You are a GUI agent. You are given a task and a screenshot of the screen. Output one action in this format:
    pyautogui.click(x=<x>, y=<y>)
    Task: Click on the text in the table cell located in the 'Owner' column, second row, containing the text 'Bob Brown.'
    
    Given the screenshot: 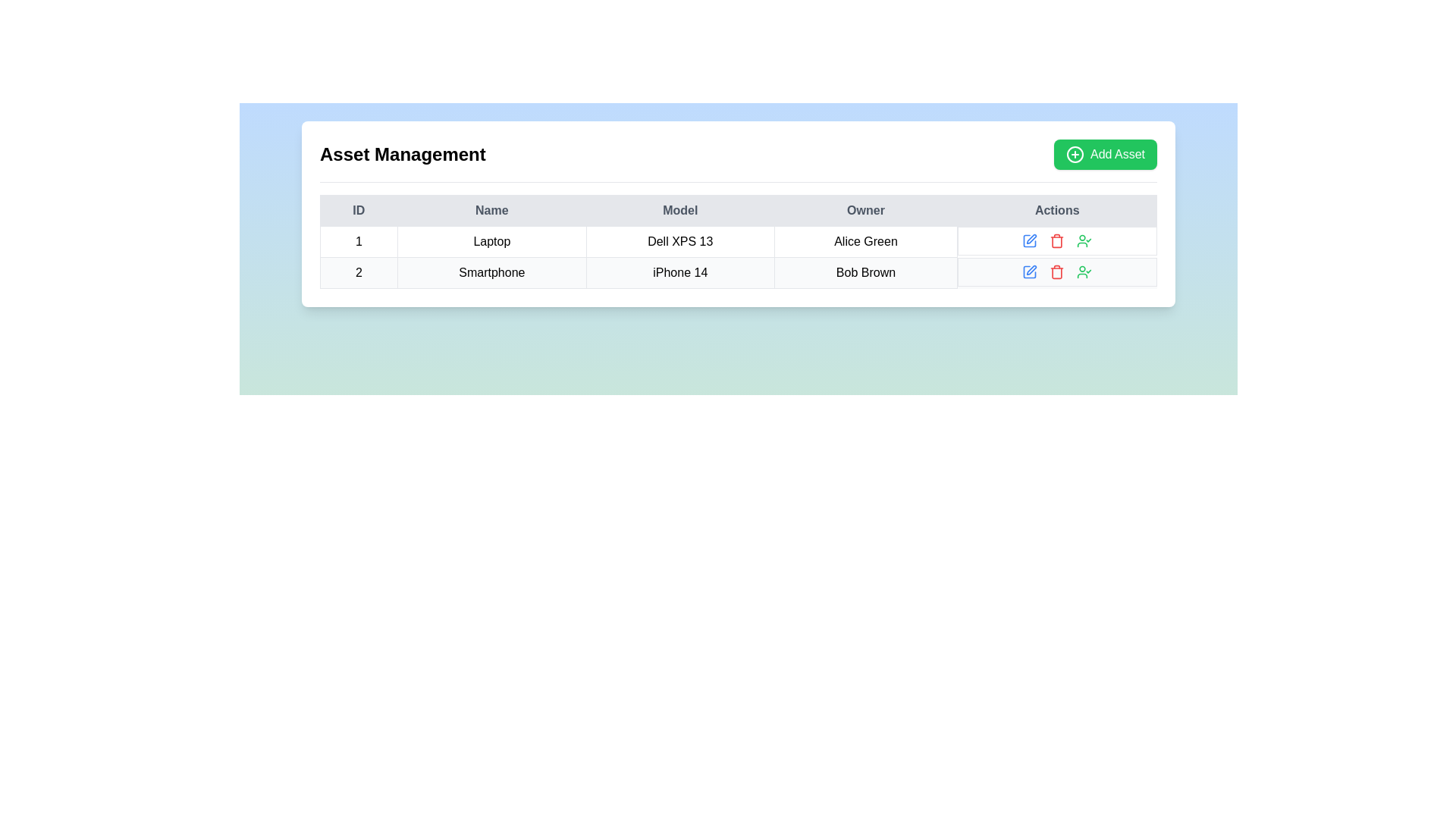 What is the action you would take?
    pyautogui.click(x=866, y=271)
    